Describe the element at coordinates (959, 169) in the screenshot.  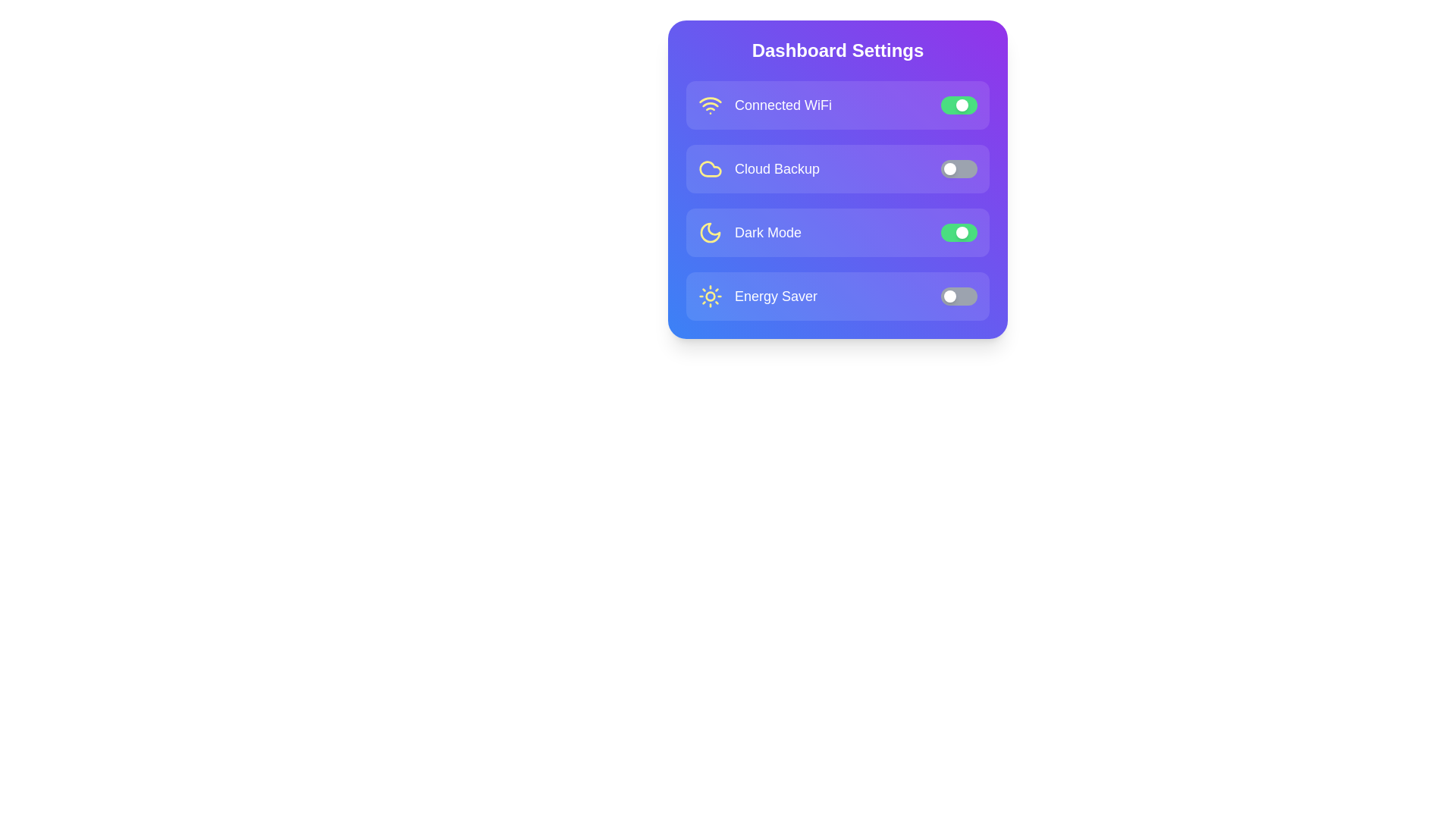
I see `the setting Cloud Backup by clicking its toggle button` at that location.